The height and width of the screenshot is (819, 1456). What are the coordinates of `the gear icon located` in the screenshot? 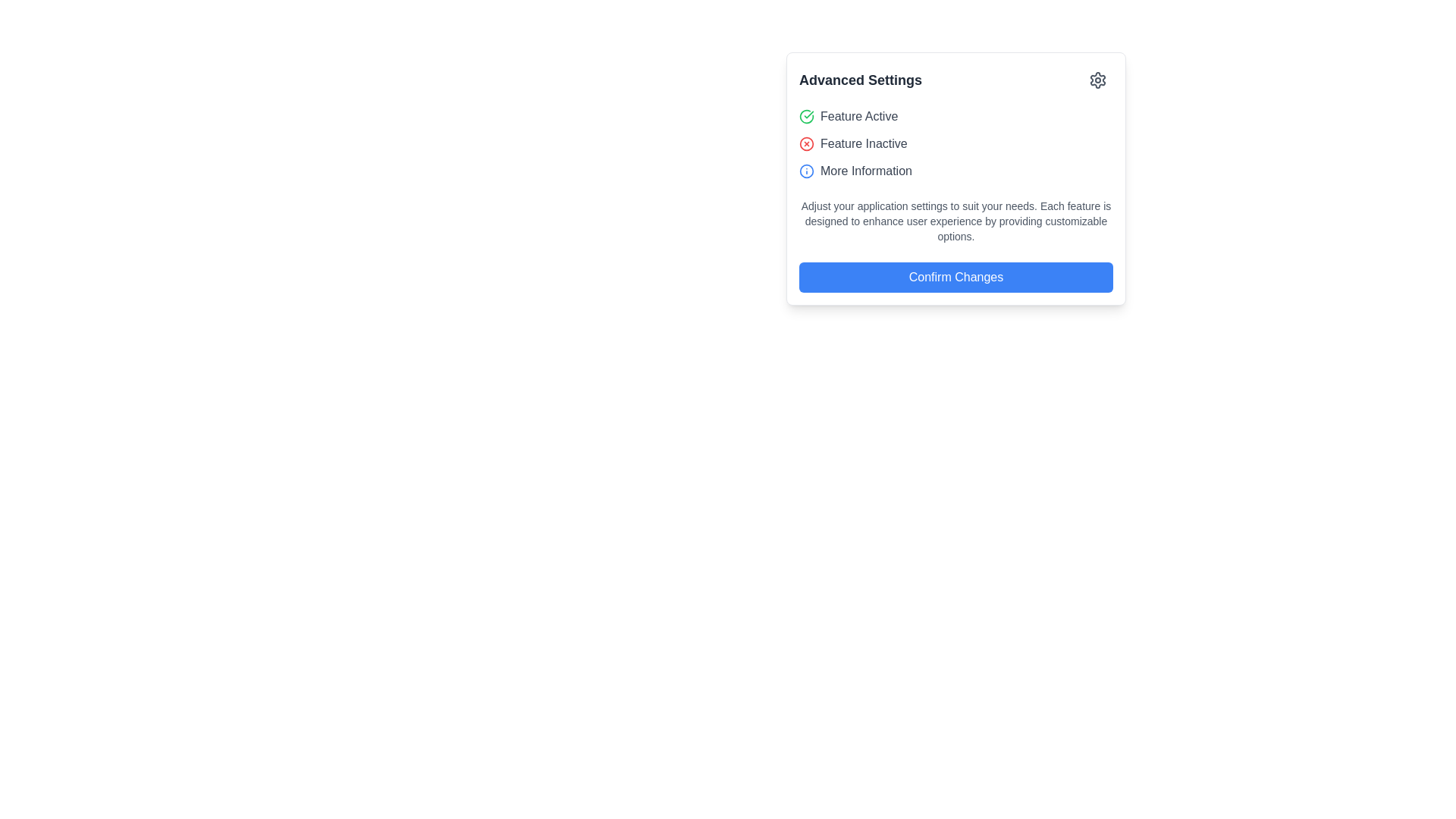 It's located at (1098, 80).